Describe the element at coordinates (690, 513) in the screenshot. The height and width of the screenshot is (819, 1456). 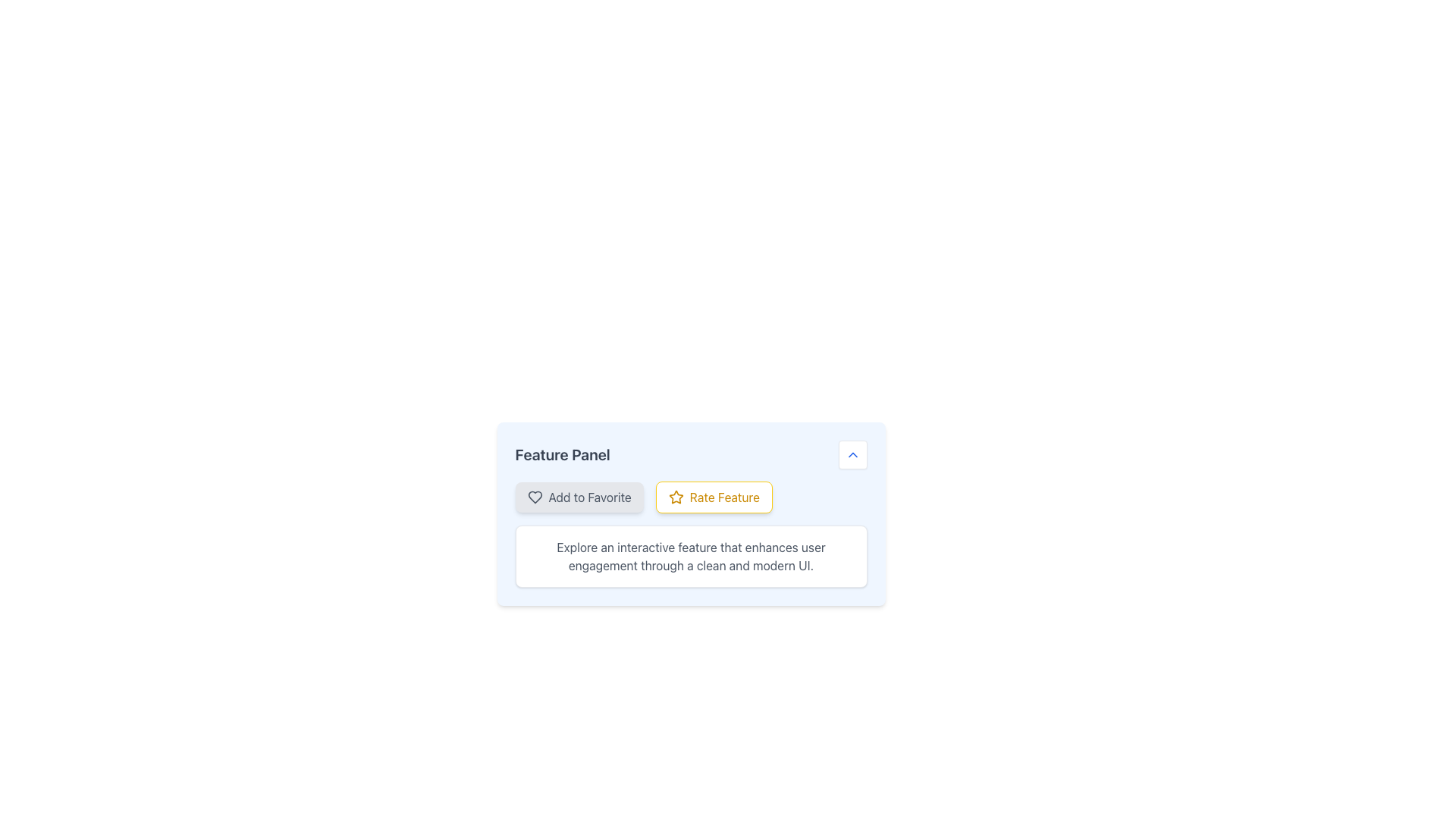
I see `description text from the 'Feature Panel' which has a light blue background and contains buttons labeled 'Add to Favorite' and 'Rate Feature'` at that location.